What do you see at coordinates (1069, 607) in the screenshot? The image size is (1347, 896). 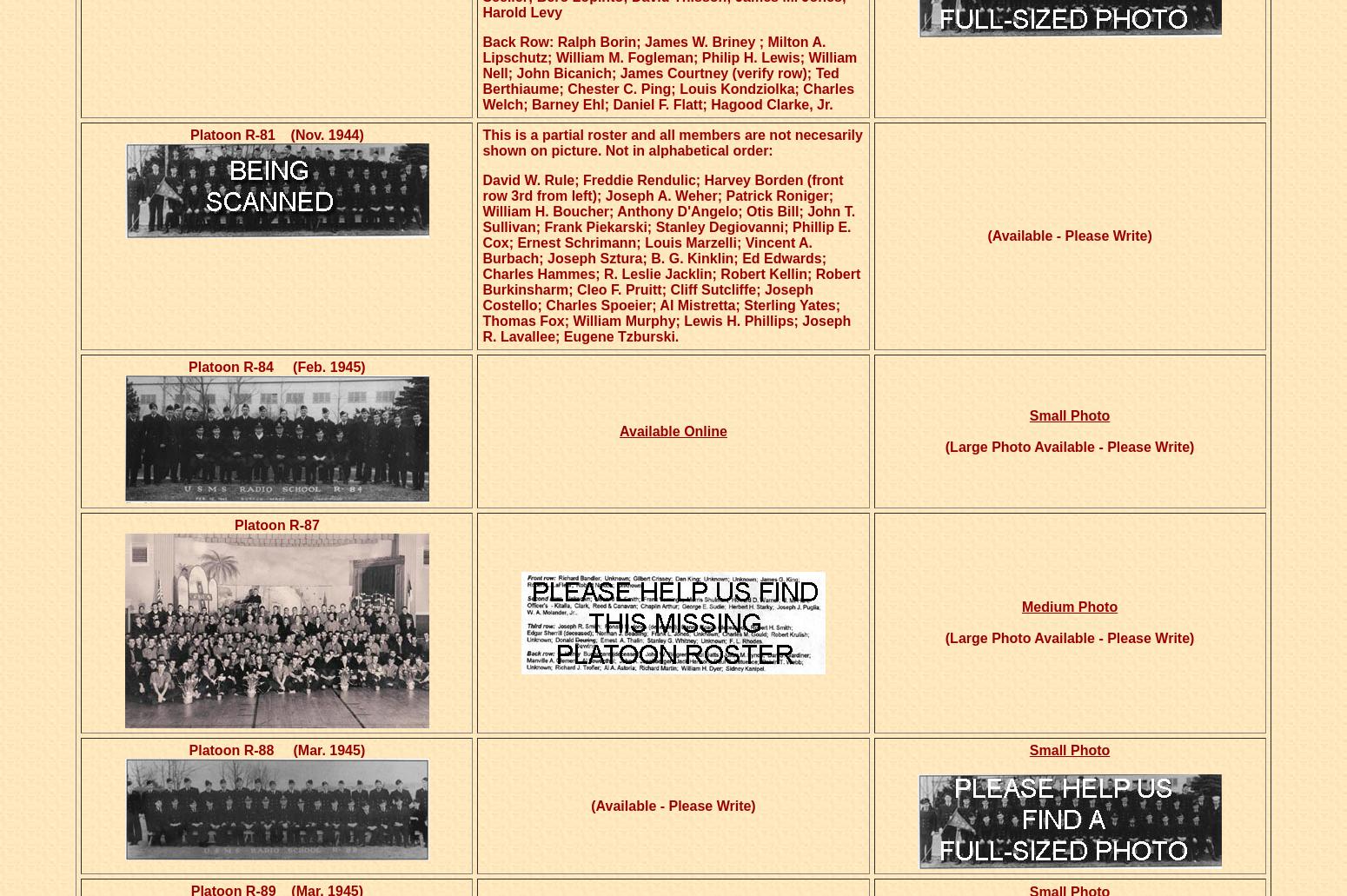 I see `'Medium 
                
                Photo'` at bounding box center [1069, 607].